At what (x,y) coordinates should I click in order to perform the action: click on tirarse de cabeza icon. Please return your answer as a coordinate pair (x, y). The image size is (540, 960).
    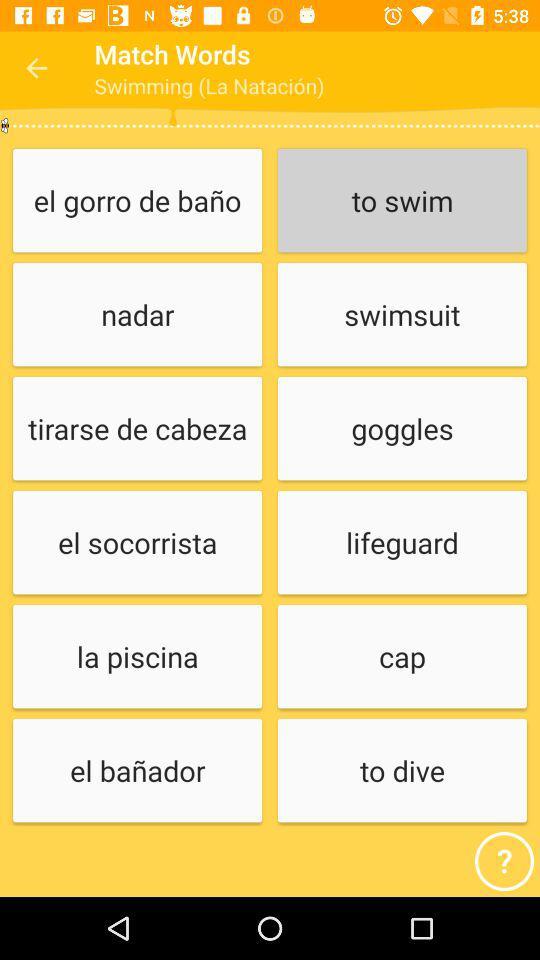
    Looking at the image, I should click on (136, 429).